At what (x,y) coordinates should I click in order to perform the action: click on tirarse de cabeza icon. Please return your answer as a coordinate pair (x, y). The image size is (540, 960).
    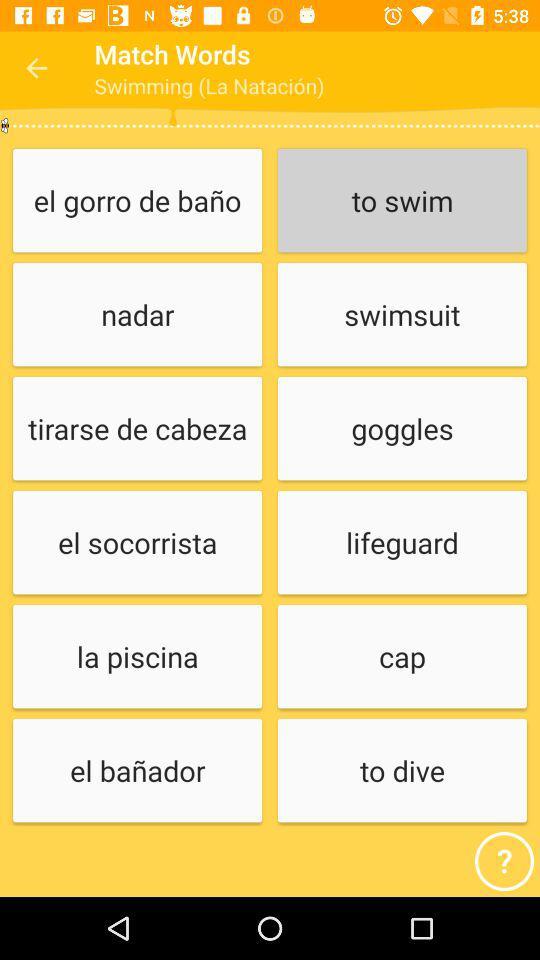
    Looking at the image, I should click on (136, 429).